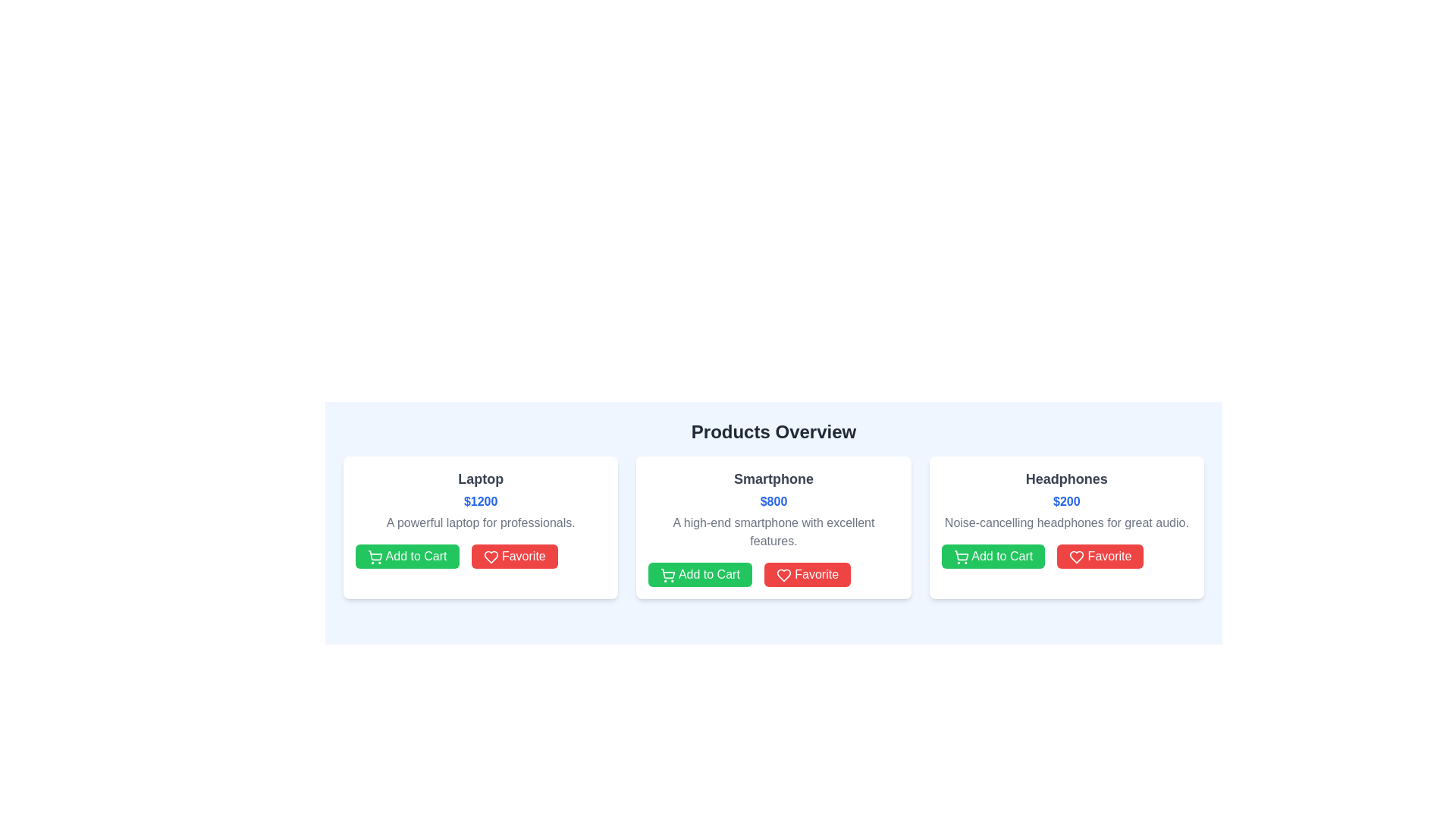 The image size is (1456, 819). What do you see at coordinates (480, 522) in the screenshot?
I see `the descriptive text line styled in gray, reading 'A powerful laptop for professionals,' located under the price '$1200' in the first column of the product card` at bounding box center [480, 522].